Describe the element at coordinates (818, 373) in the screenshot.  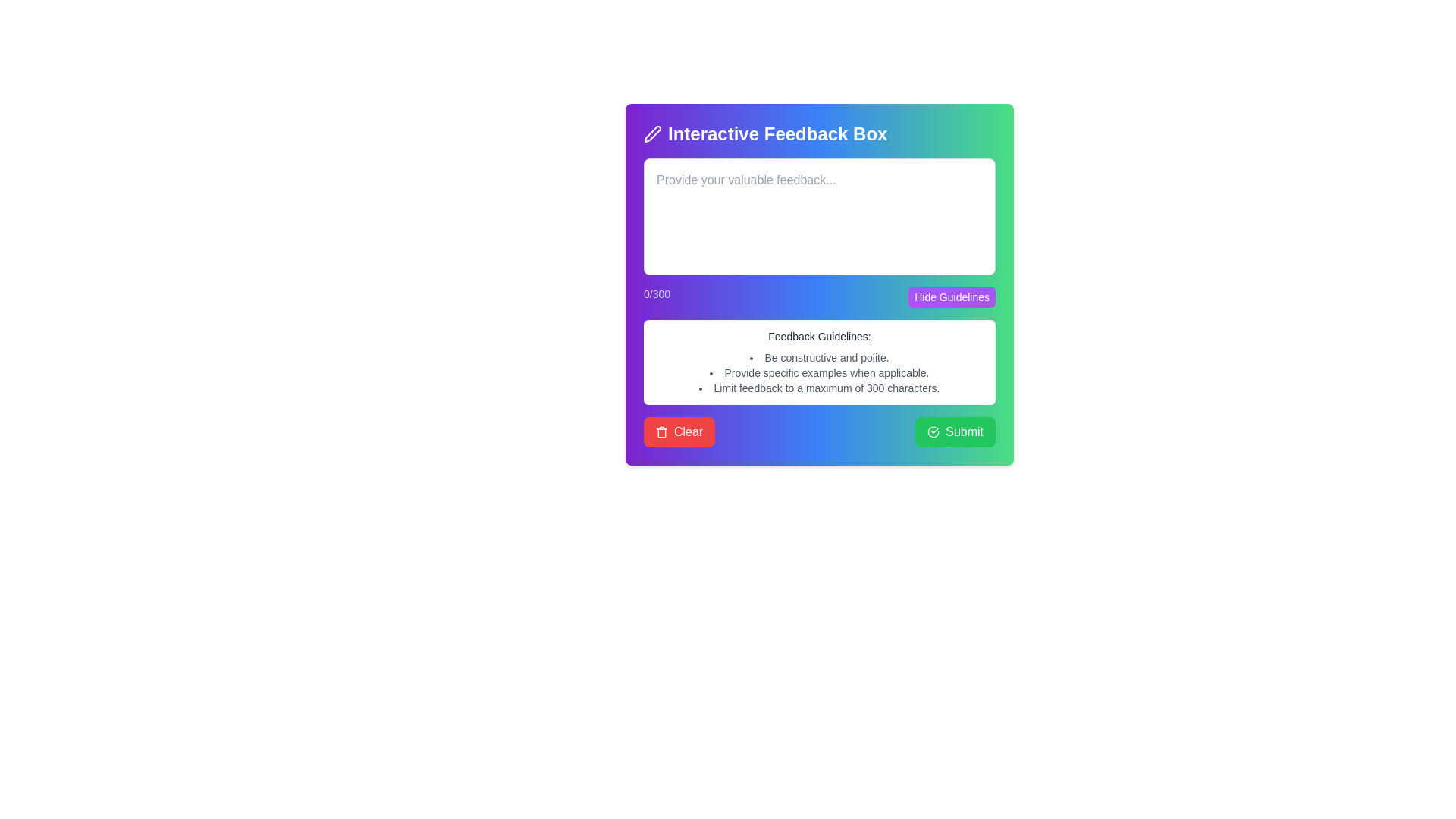
I see `the static text that reads 'Provide specific examples when applicable,' which is the second item in the feedback guidelines list` at that location.